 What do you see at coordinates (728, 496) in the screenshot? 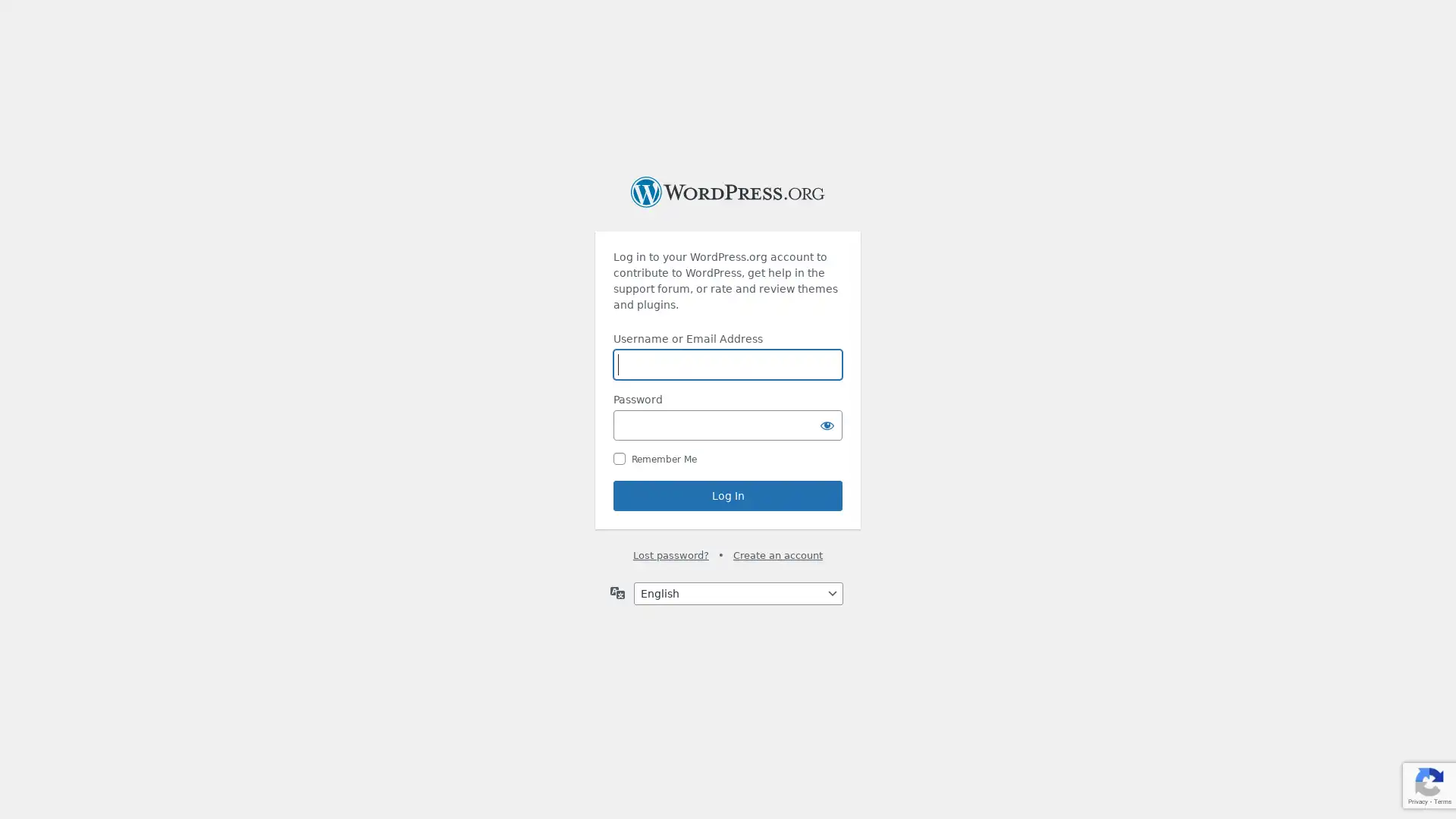
I see `Log In` at bounding box center [728, 496].